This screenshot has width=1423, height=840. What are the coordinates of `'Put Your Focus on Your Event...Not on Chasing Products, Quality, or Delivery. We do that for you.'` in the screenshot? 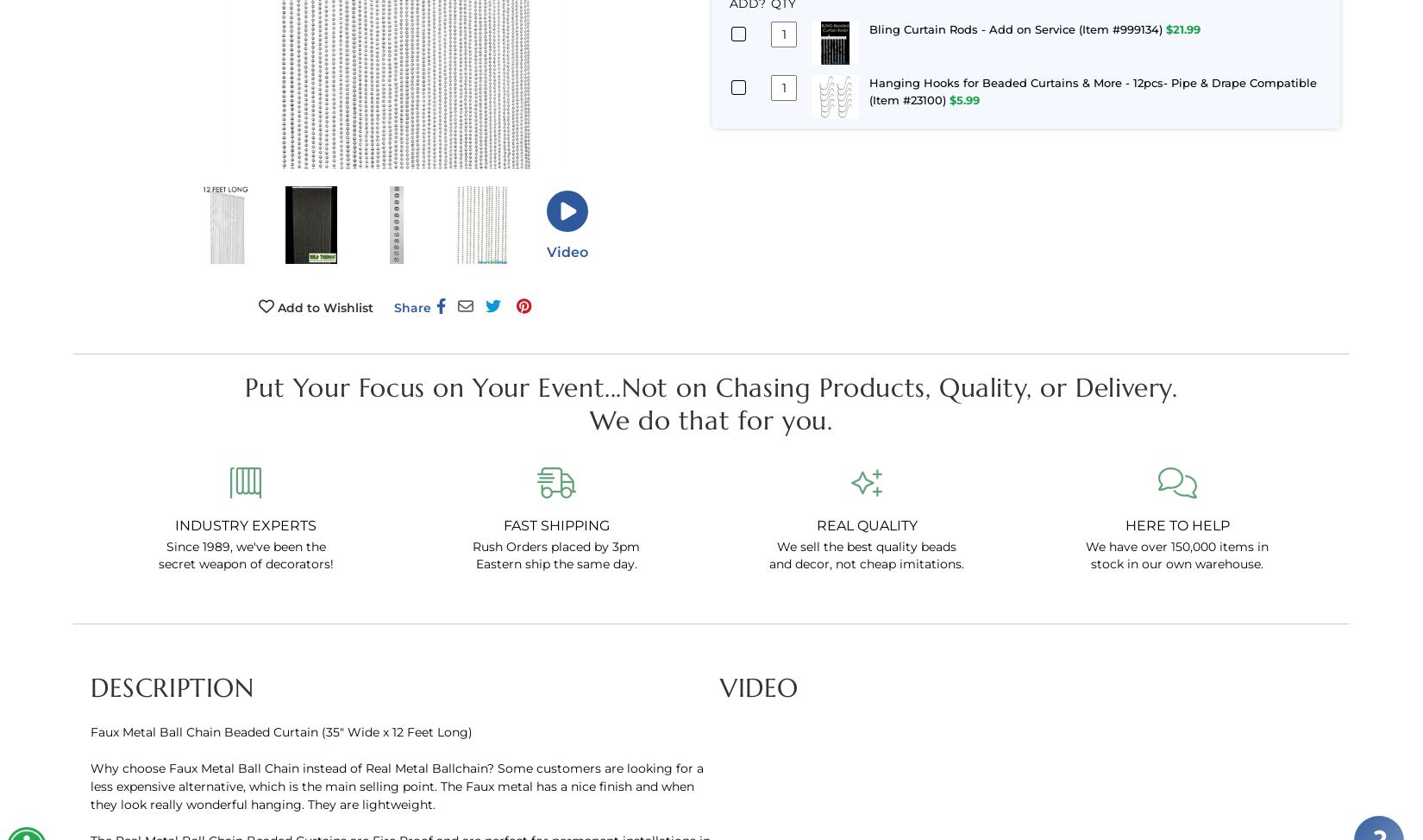 It's located at (710, 402).